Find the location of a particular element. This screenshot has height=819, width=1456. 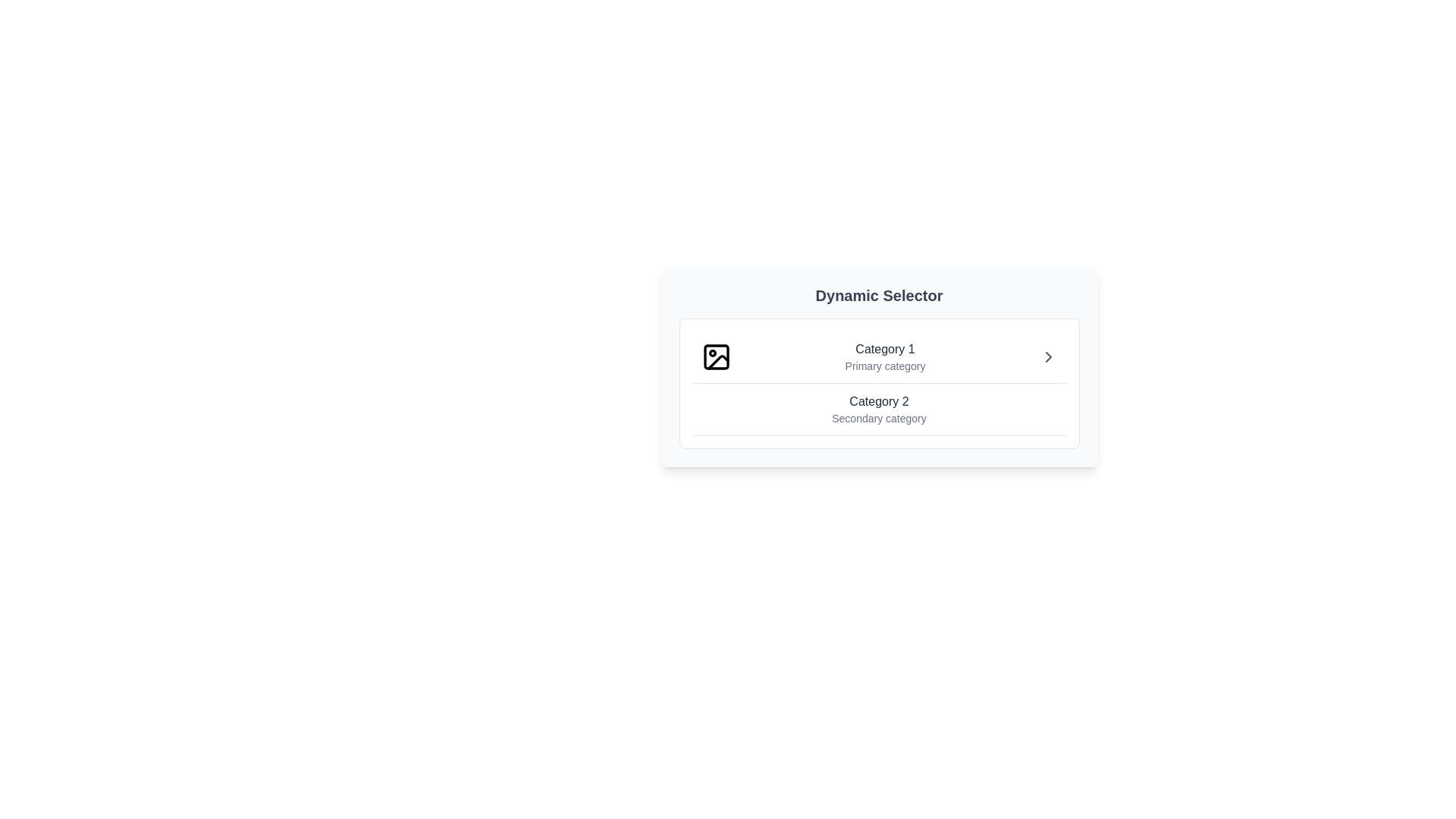

the 'Category 2' label is located at coordinates (879, 409).